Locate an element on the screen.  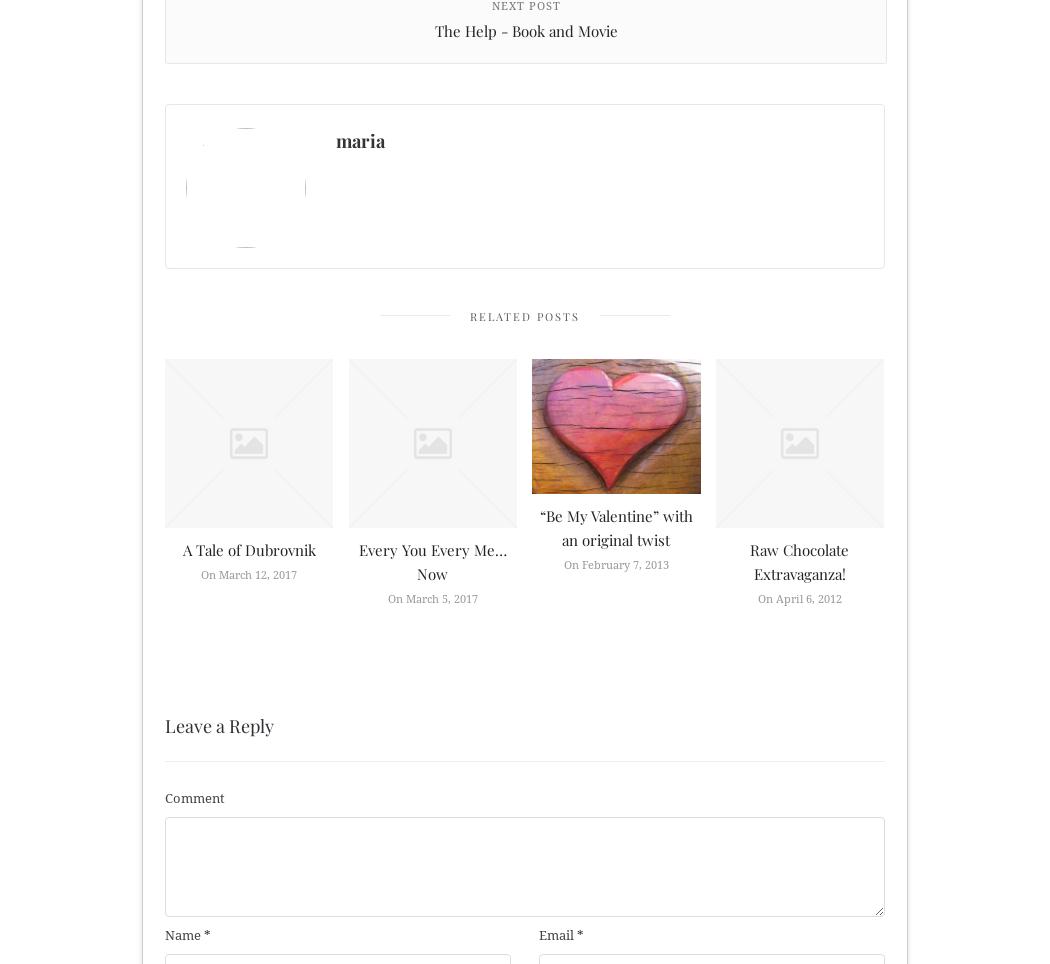
'On April 6, 2012' is located at coordinates (798, 597).